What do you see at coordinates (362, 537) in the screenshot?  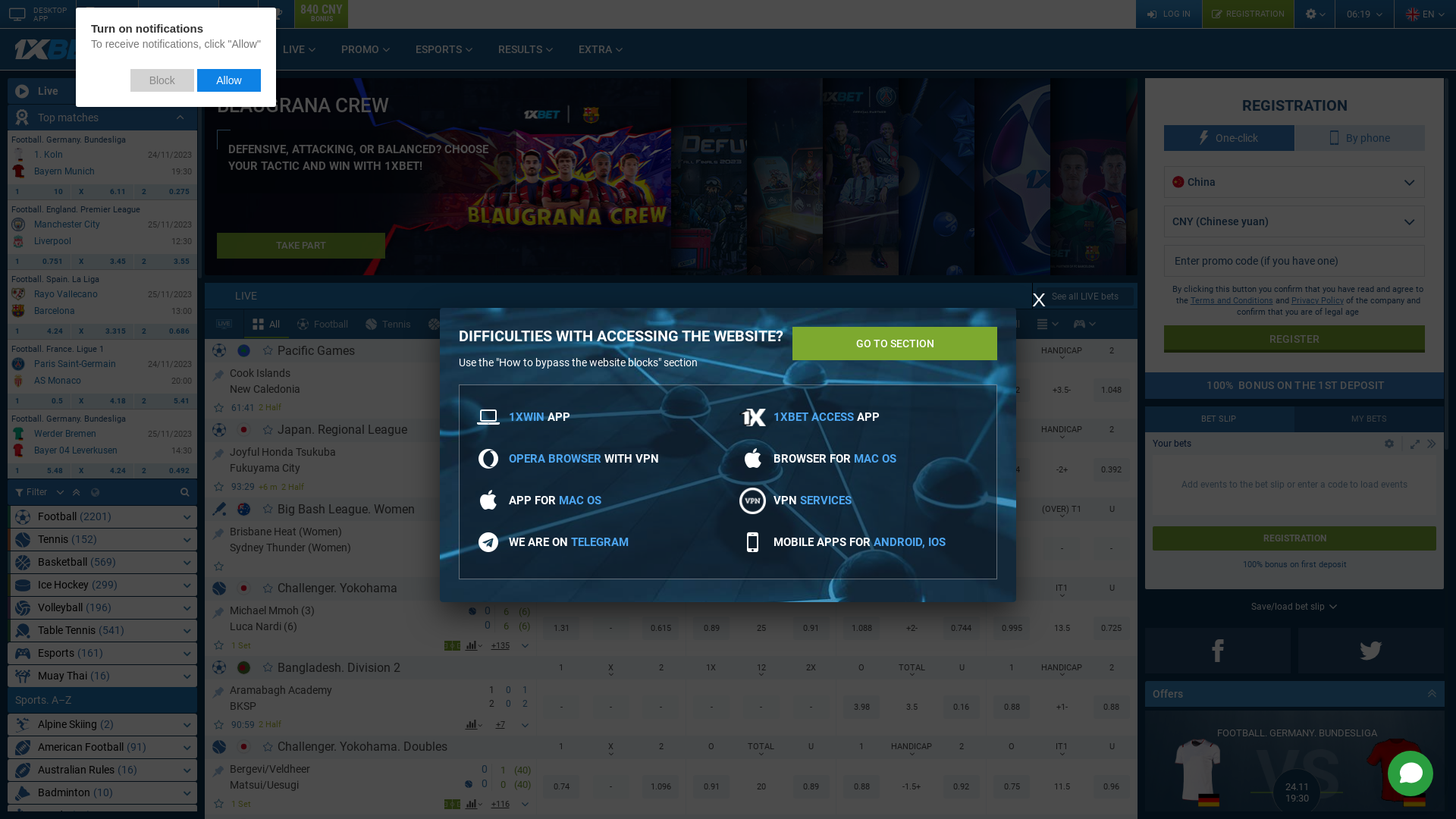 I see `'Brisbane Heat (Women)` at bounding box center [362, 537].